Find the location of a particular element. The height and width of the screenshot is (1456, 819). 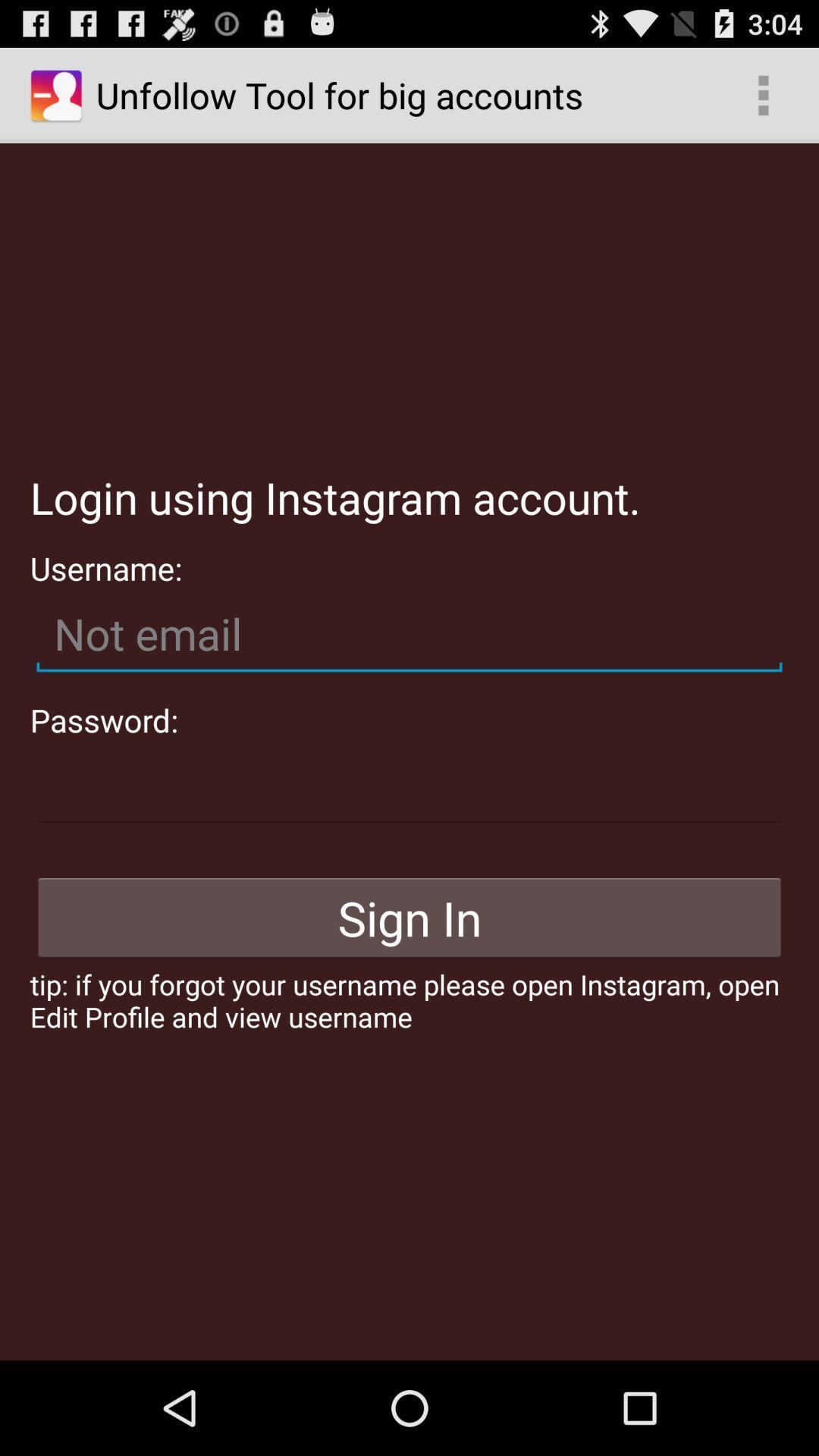

username to log in is located at coordinates (409, 634).